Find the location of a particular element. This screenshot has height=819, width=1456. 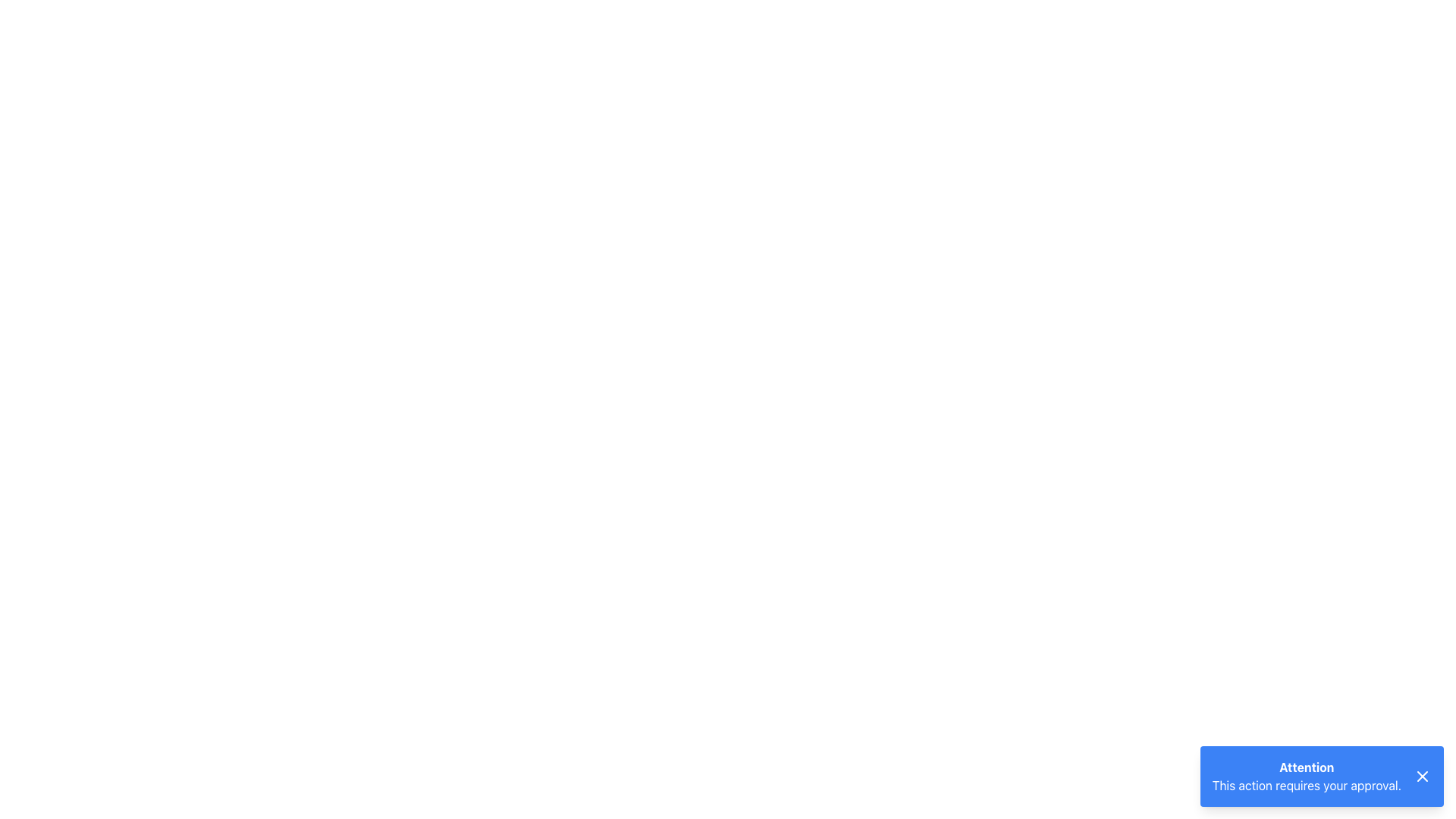

text displayed in the blue notification box that contains the message 'Attention' and 'This action requires your approval.' is located at coordinates (1312, 776).